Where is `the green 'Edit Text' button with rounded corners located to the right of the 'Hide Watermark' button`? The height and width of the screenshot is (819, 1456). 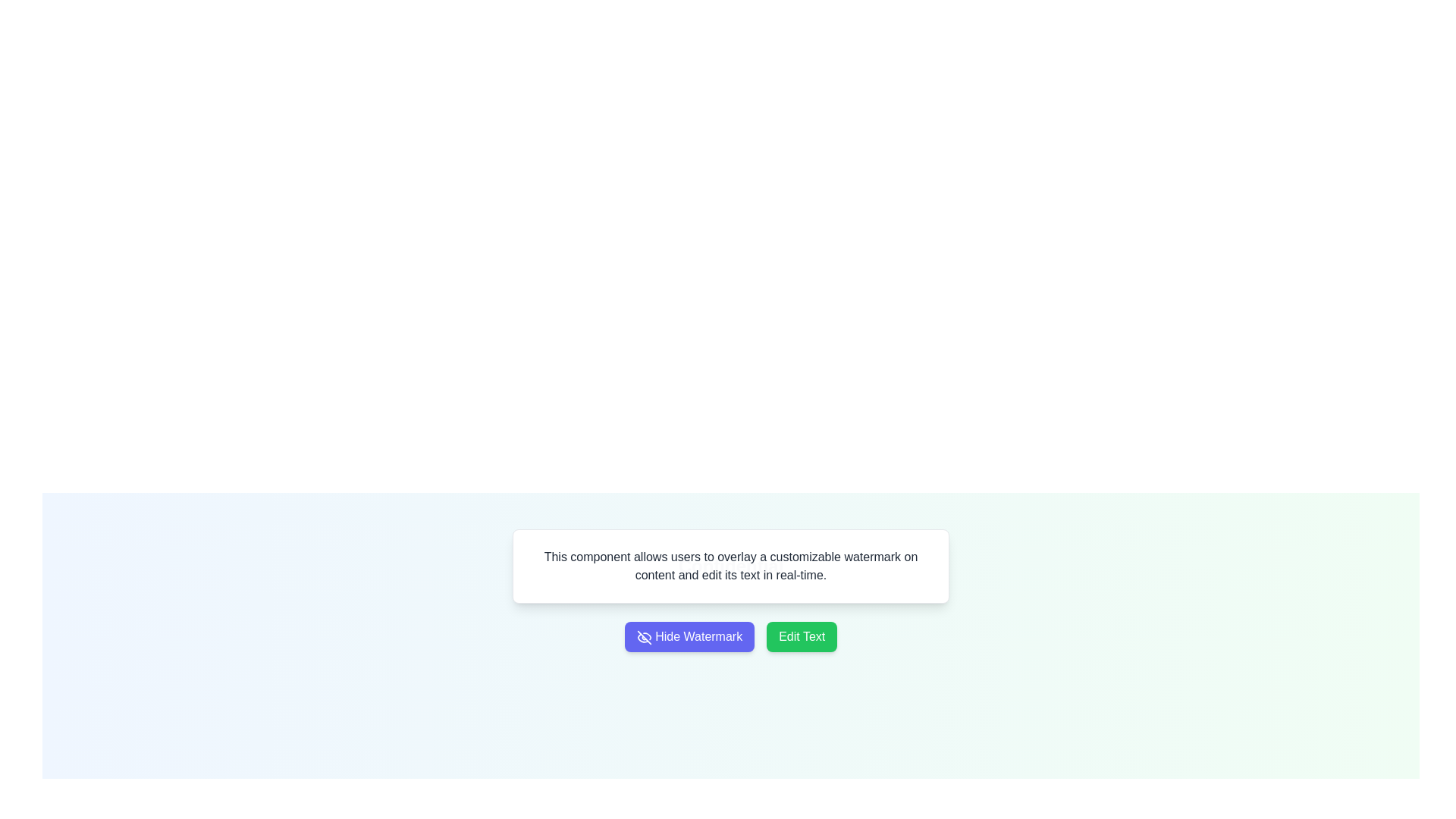 the green 'Edit Text' button with rounded corners located to the right of the 'Hide Watermark' button is located at coordinates (801, 637).